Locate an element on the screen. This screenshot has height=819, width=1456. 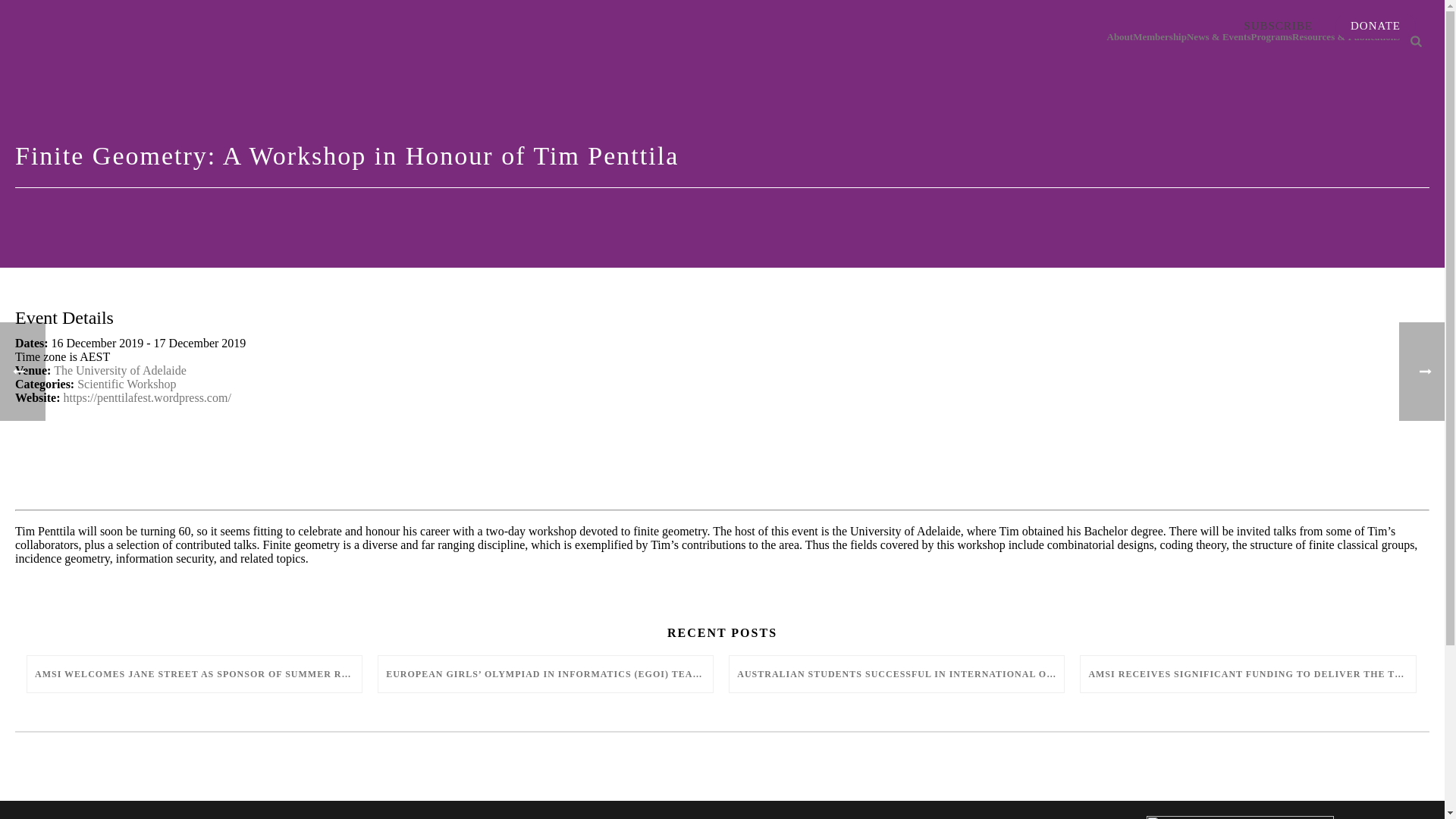
'Scientific Workshop' is located at coordinates (127, 383).